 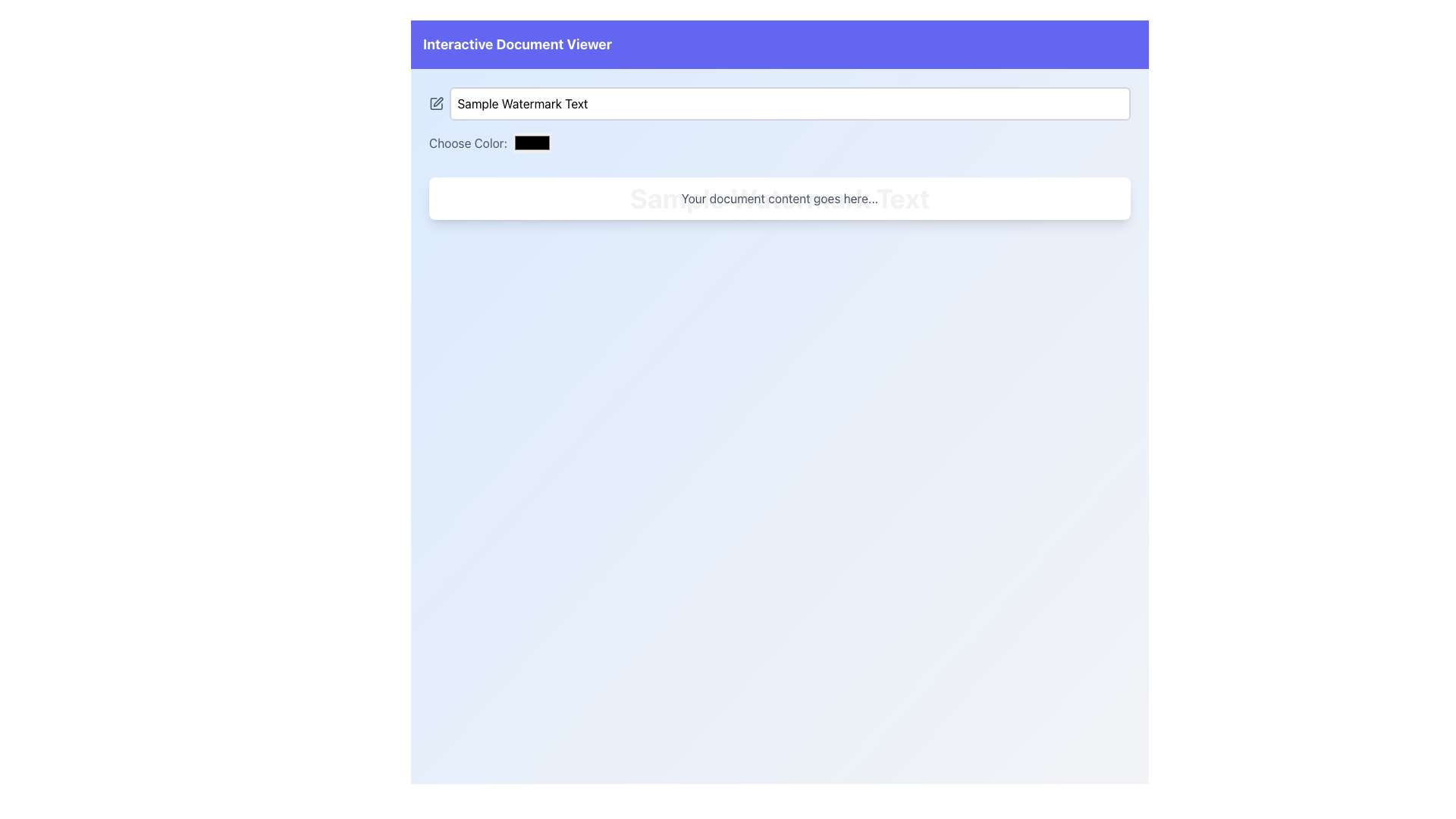 What do you see at coordinates (435, 103) in the screenshot?
I see `the editing or customization icon located on the left side of the input field labeled 'Sample Watermark Text'` at bounding box center [435, 103].